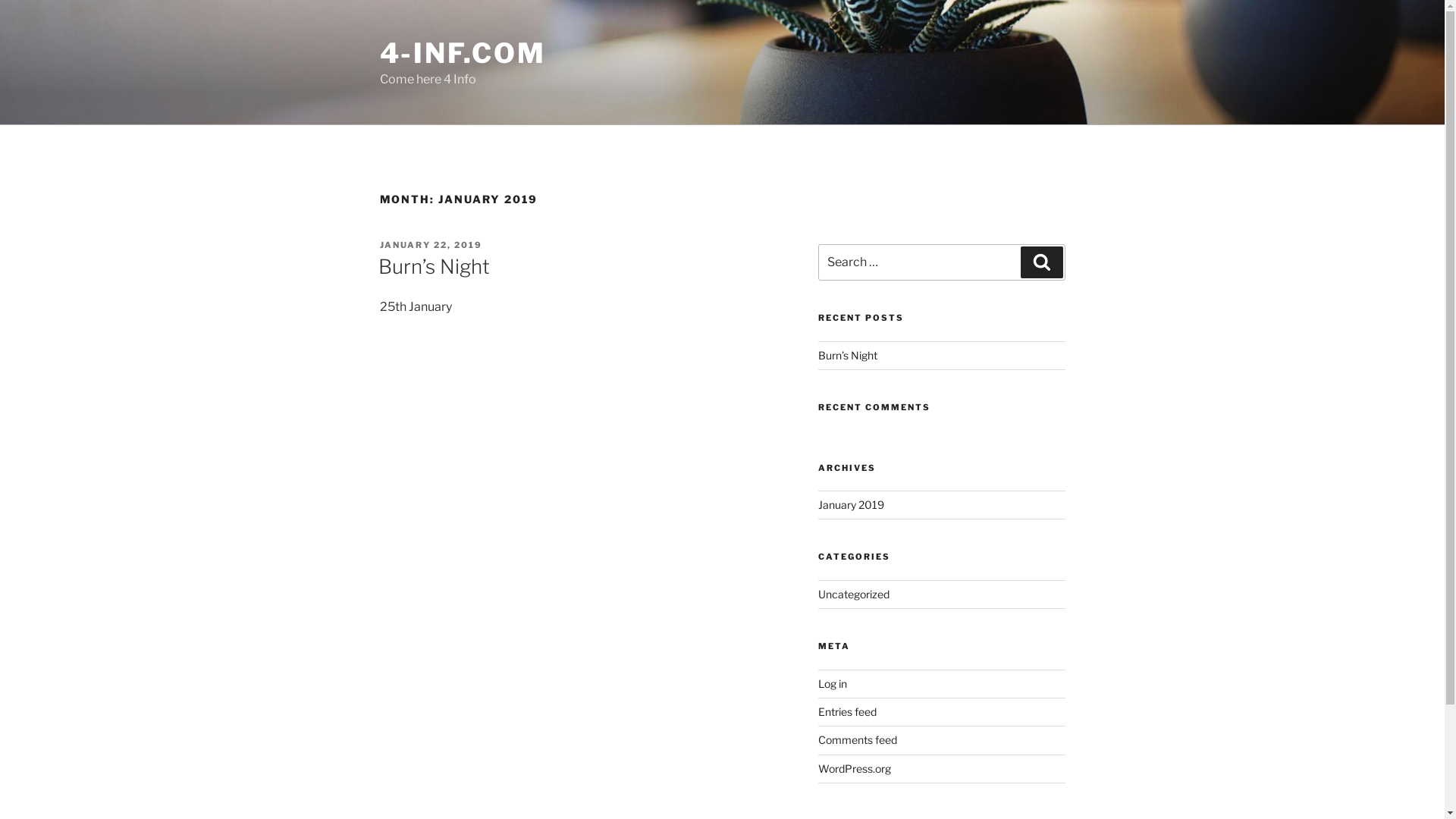 The image size is (1456, 819). I want to click on 'WordPress.org', so click(855, 768).